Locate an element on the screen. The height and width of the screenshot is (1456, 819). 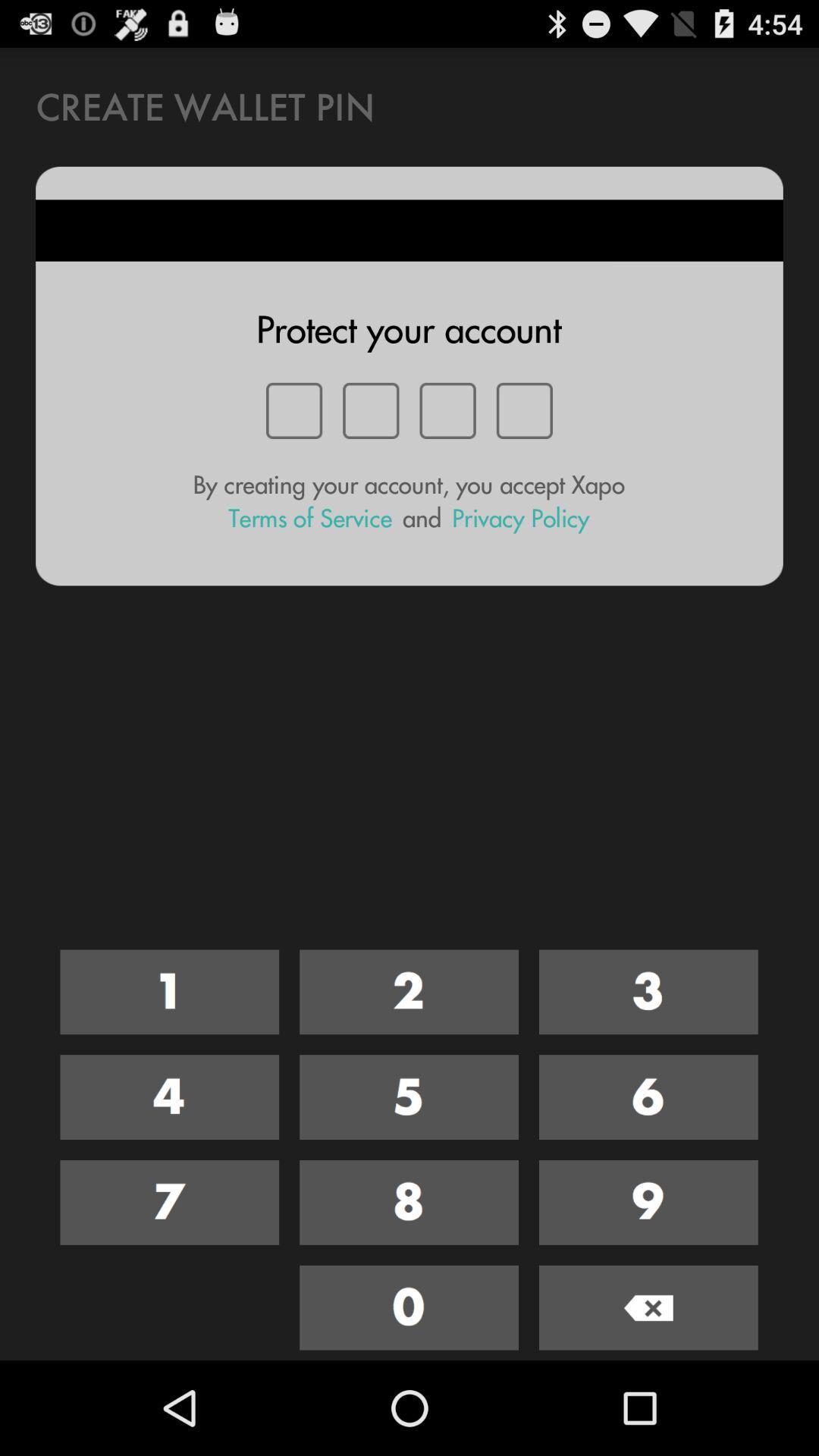
item to the right of and is located at coordinates (519, 518).